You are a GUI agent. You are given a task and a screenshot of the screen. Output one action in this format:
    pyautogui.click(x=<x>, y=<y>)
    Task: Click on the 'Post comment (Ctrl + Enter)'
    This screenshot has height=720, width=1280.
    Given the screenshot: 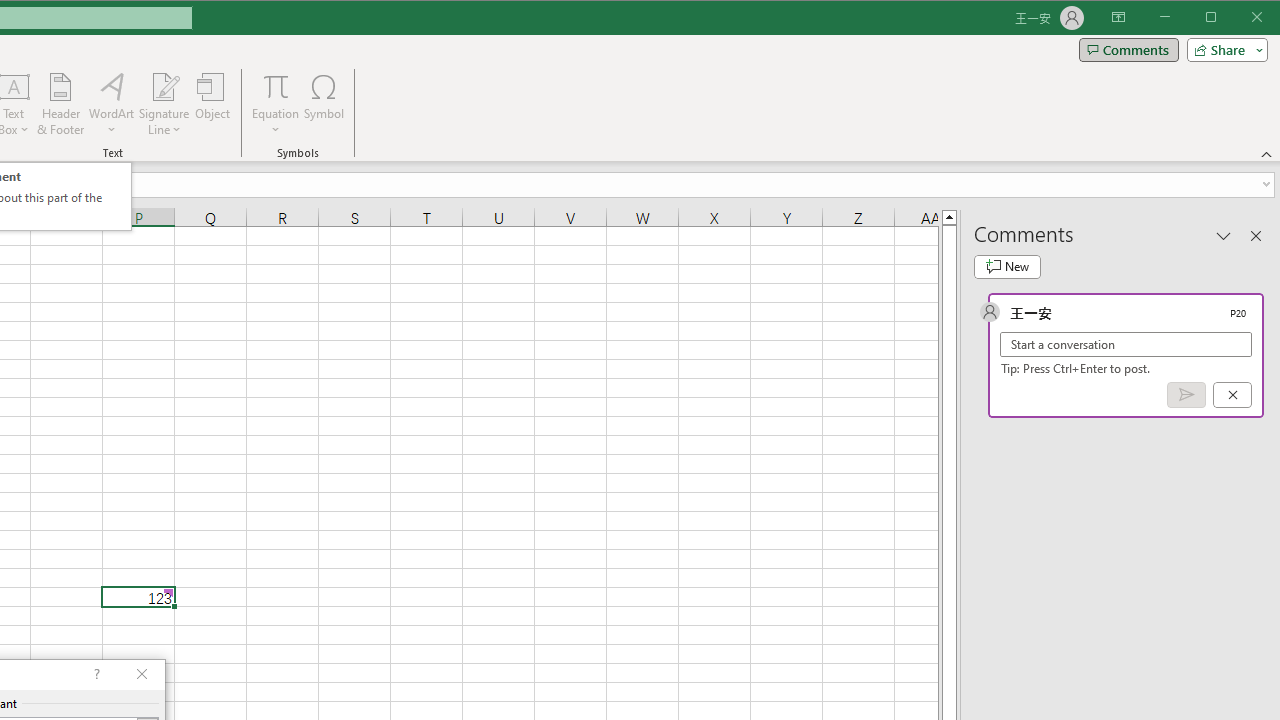 What is the action you would take?
    pyautogui.click(x=1186, y=395)
    